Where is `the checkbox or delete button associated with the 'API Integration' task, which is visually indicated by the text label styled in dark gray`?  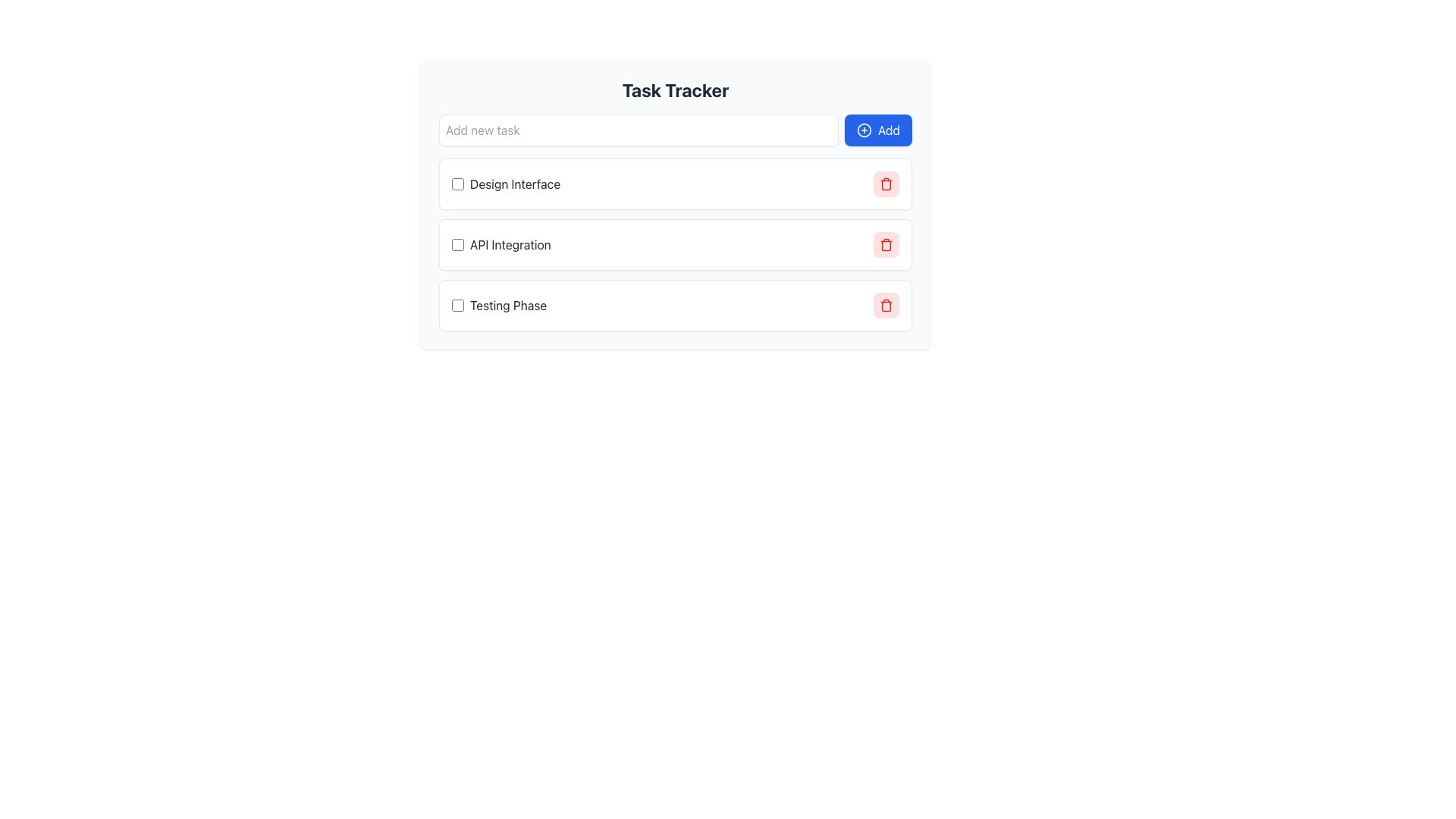 the checkbox or delete button associated with the 'API Integration' task, which is visually indicated by the text label styled in dark gray is located at coordinates (501, 244).